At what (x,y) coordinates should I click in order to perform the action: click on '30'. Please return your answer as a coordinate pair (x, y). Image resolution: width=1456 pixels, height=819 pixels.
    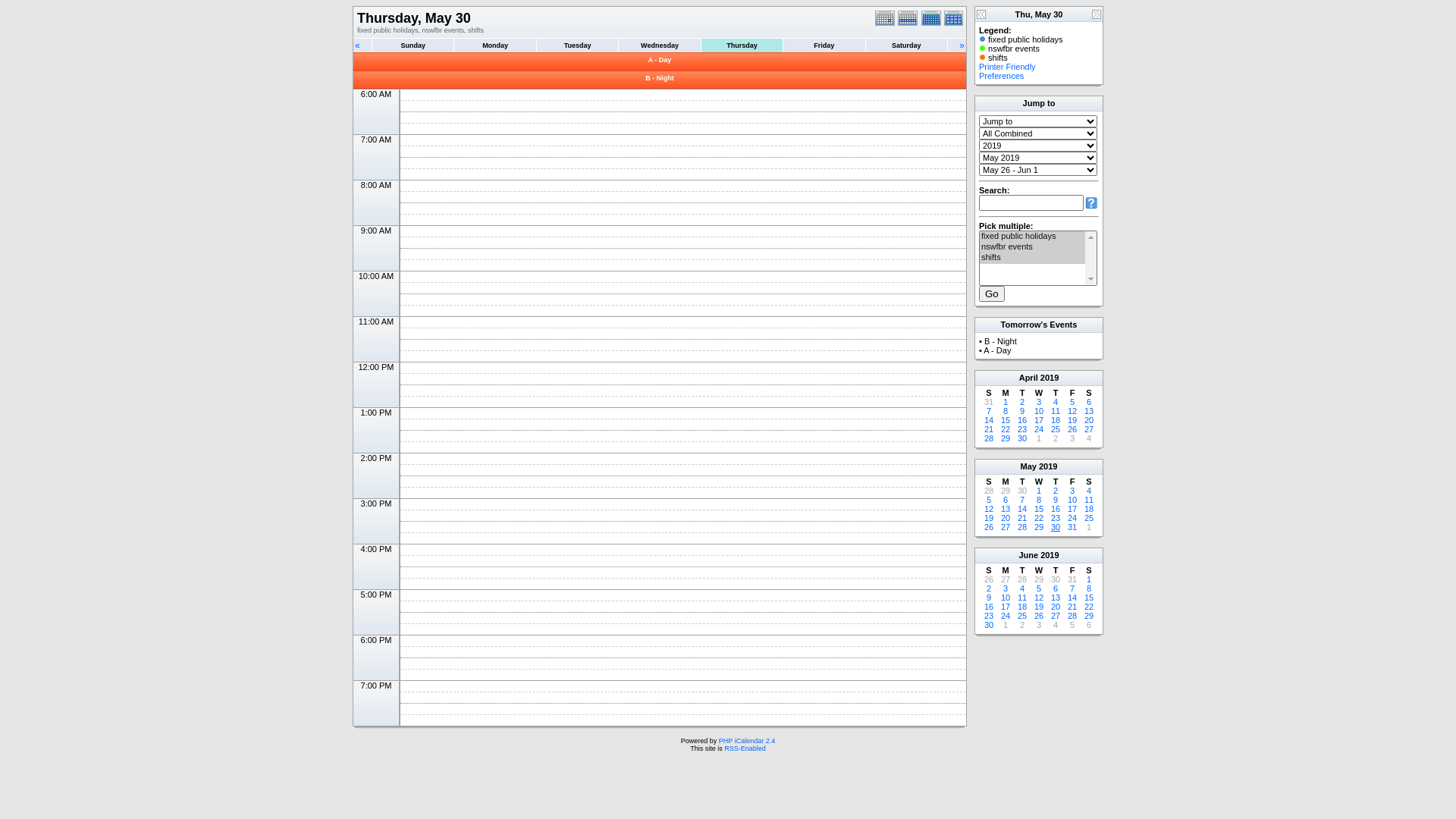
    Looking at the image, I should click on (1055, 579).